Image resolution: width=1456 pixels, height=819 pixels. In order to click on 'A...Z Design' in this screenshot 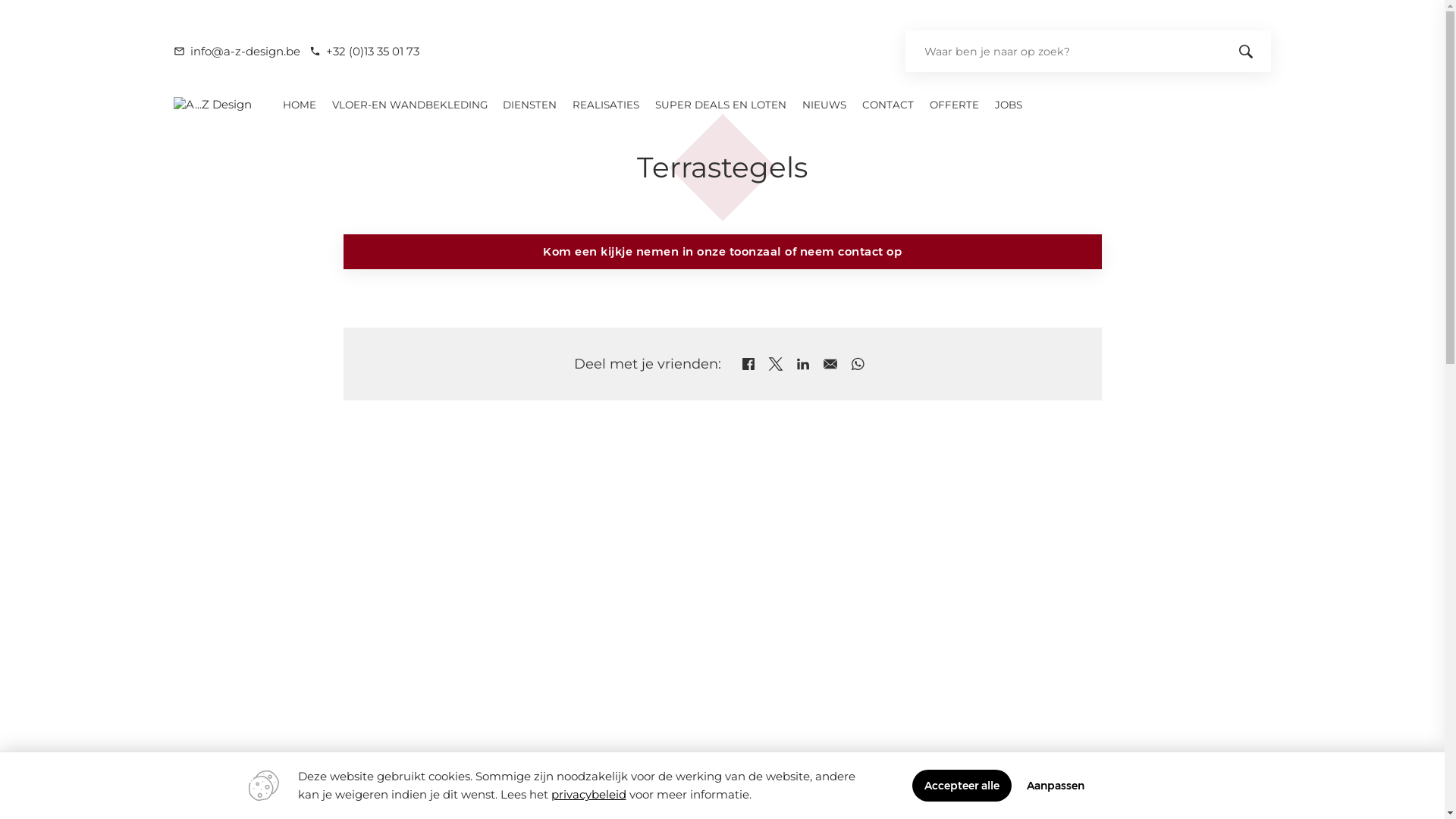, I will do `click(212, 103)`.